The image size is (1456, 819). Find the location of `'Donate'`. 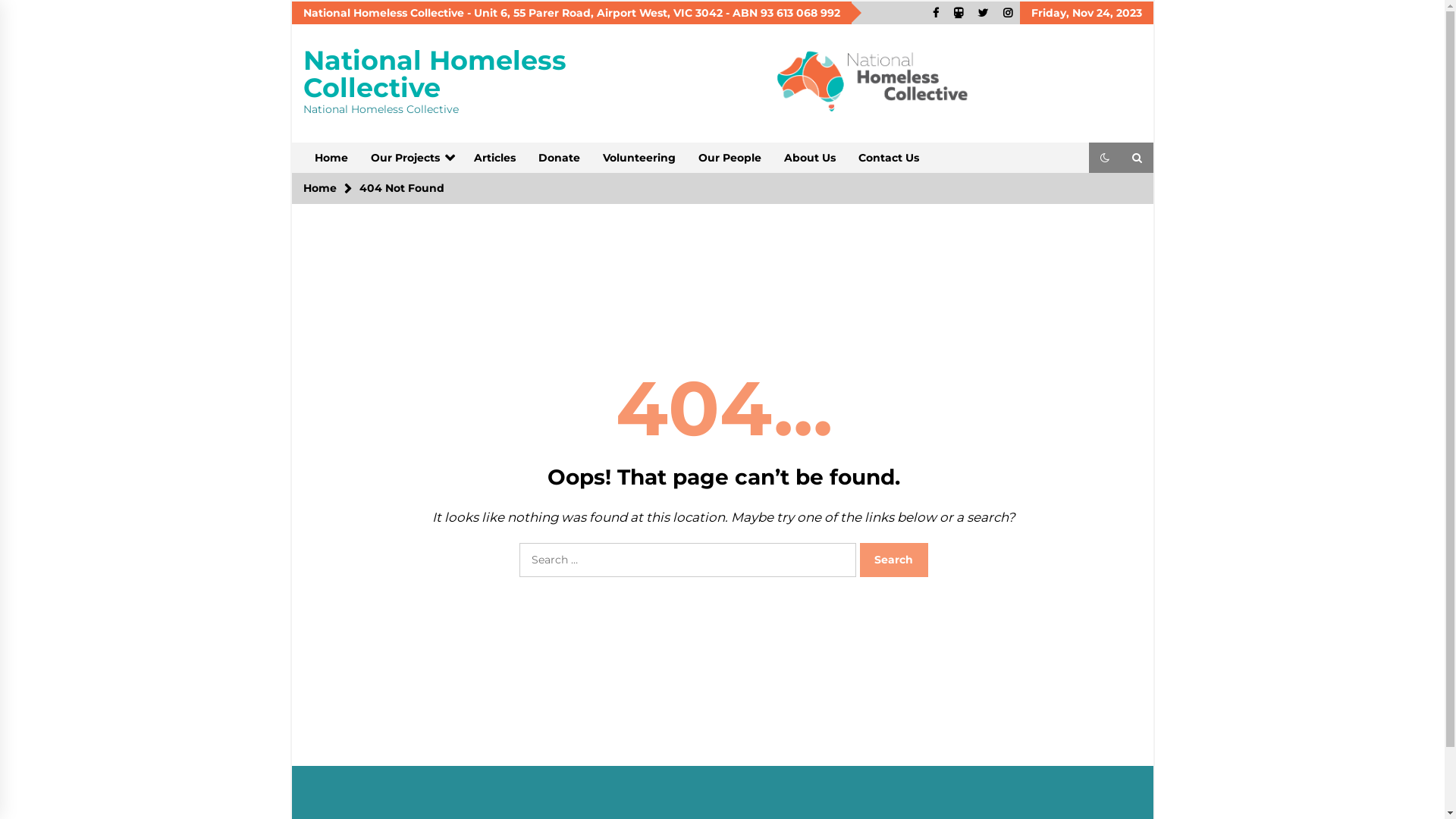

'Donate' is located at coordinates (557, 158).